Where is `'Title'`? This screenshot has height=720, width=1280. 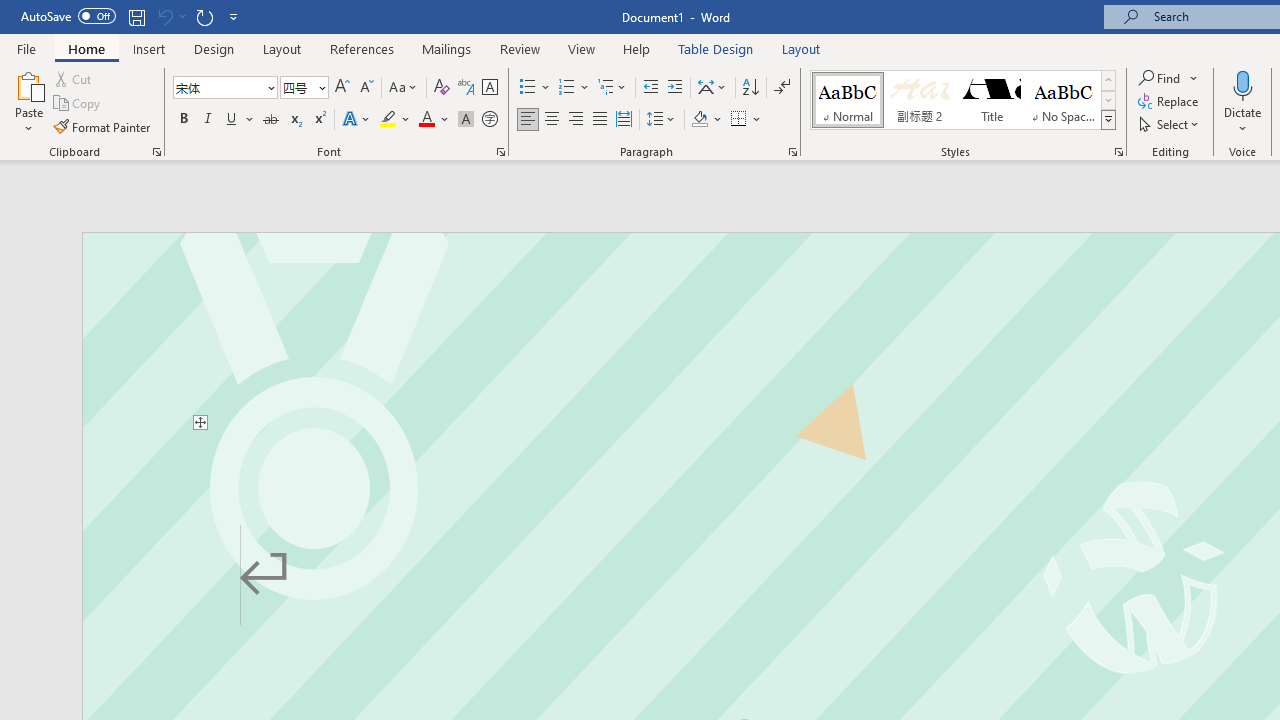 'Title' is located at coordinates (992, 100).